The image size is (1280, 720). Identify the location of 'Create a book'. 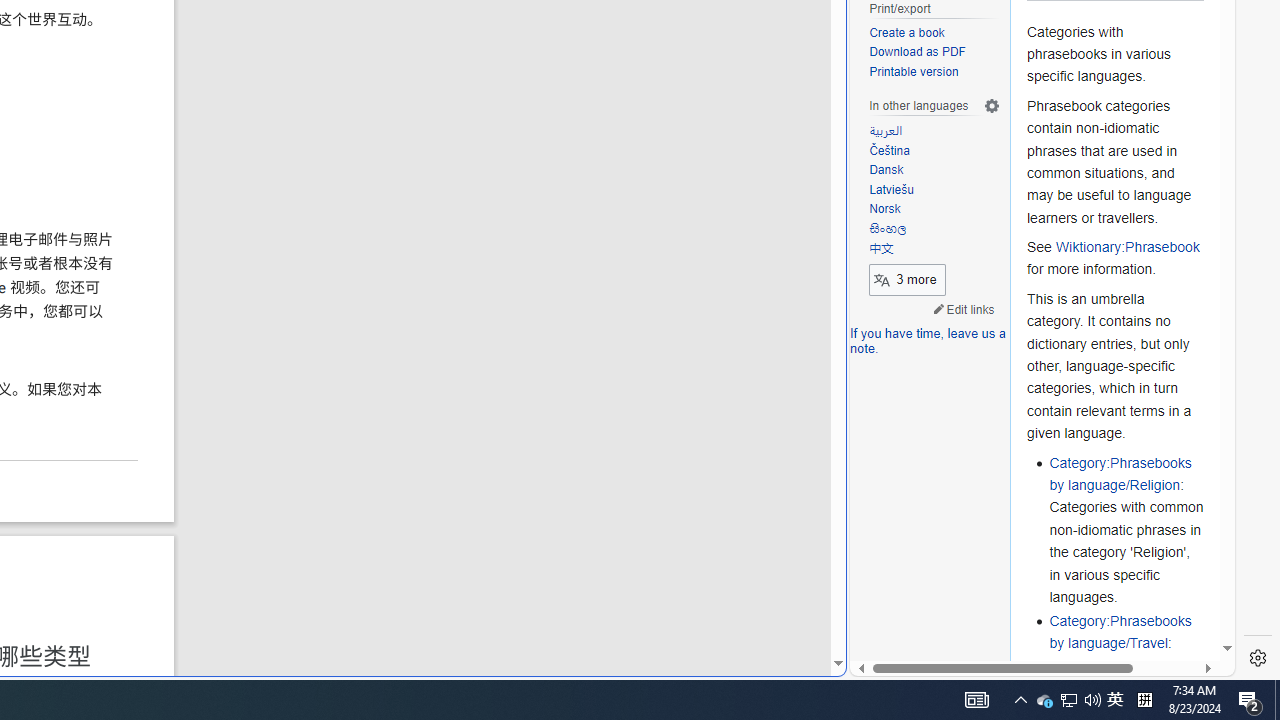
(934, 33).